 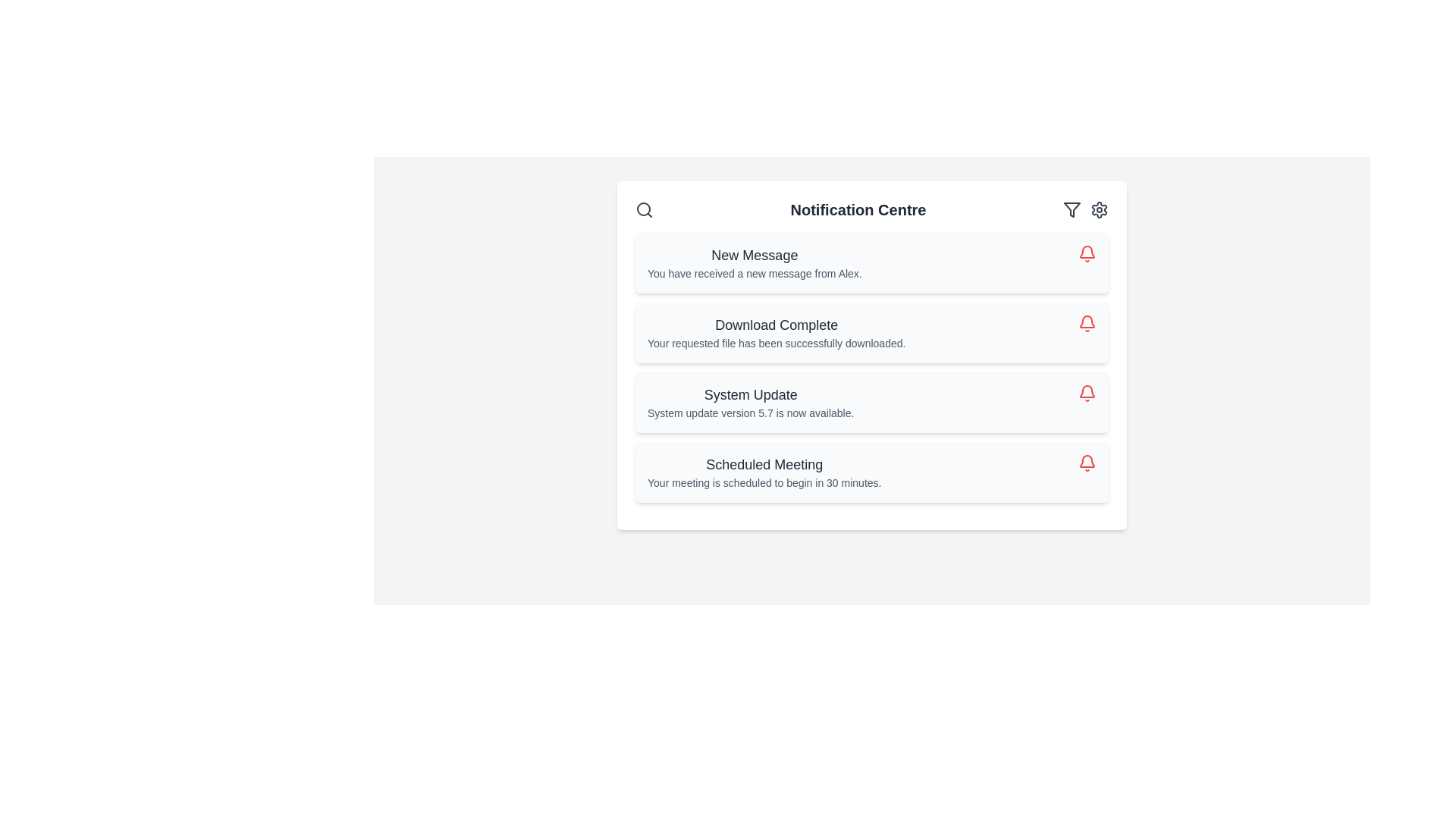 What do you see at coordinates (777, 343) in the screenshot?
I see `confirmation text label that describes the outcome of a file download operation, located in the notification panel under 'Download Complete'` at bounding box center [777, 343].